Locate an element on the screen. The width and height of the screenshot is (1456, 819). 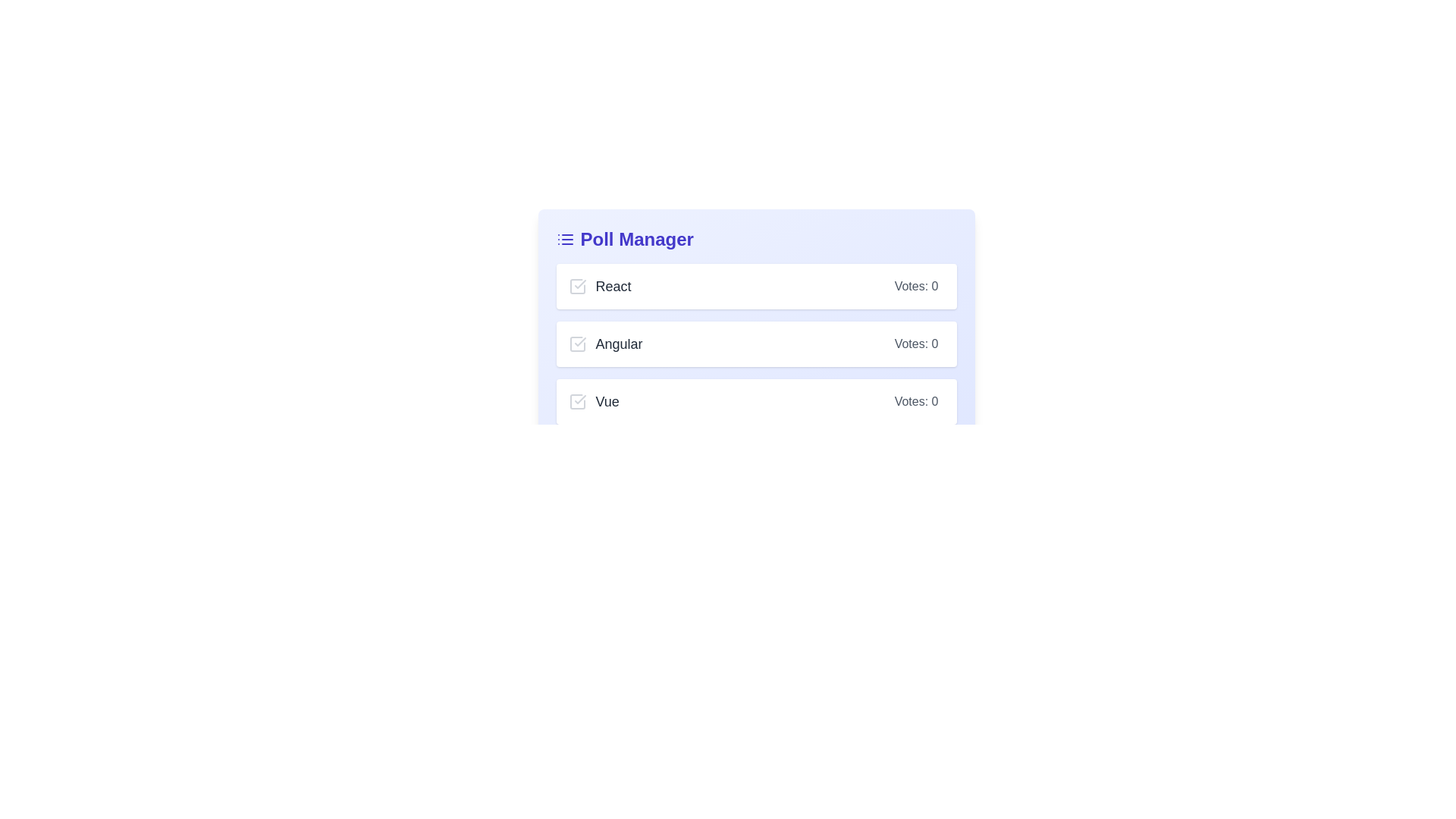
the vote count displayed in the list item for 'Vue', which shows 'Votes: 0' next to the checkmark icon is located at coordinates (756, 400).